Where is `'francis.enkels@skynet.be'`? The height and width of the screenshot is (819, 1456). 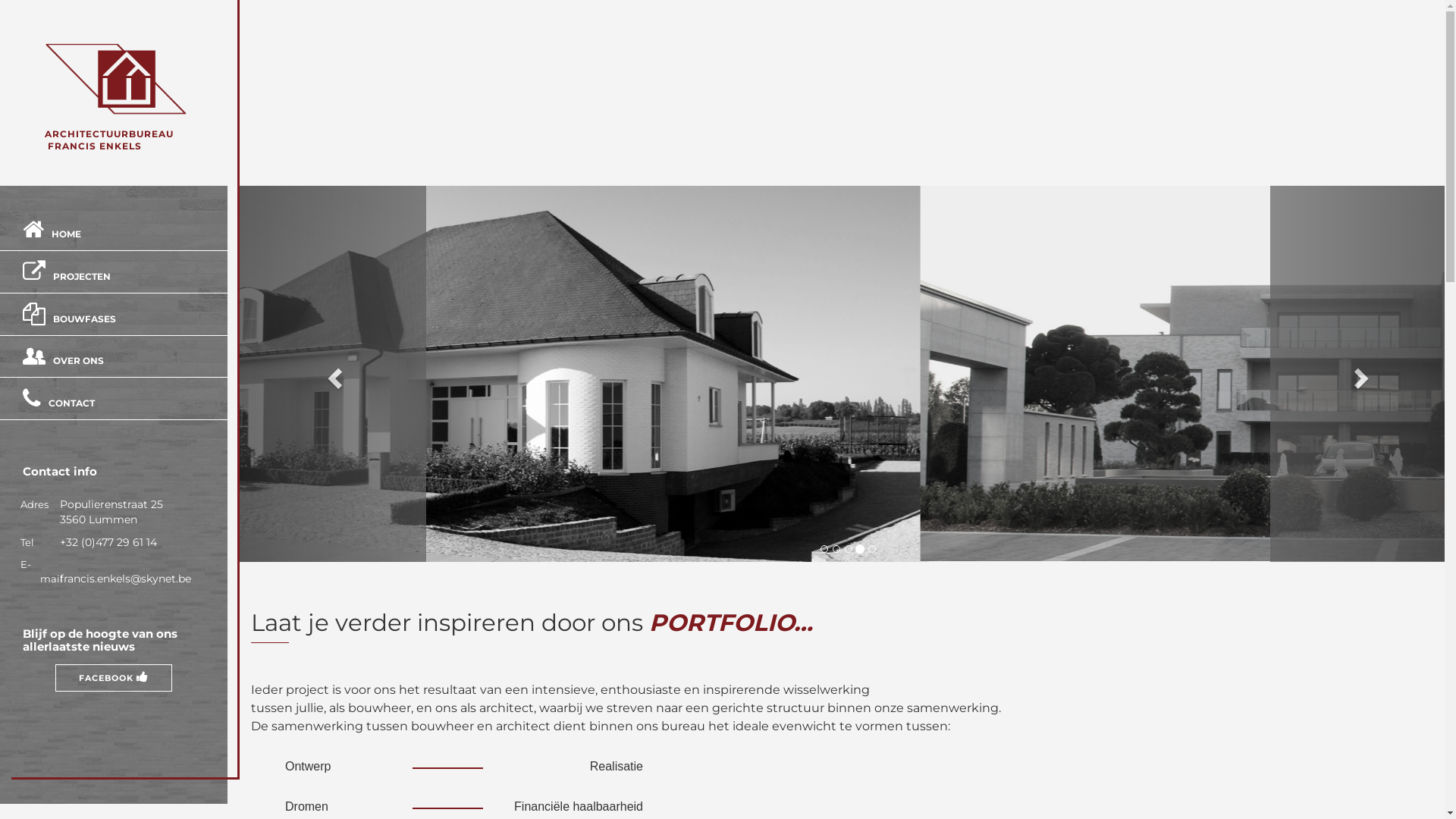 'francis.enkels@skynet.be' is located at coordinates (122, 579).